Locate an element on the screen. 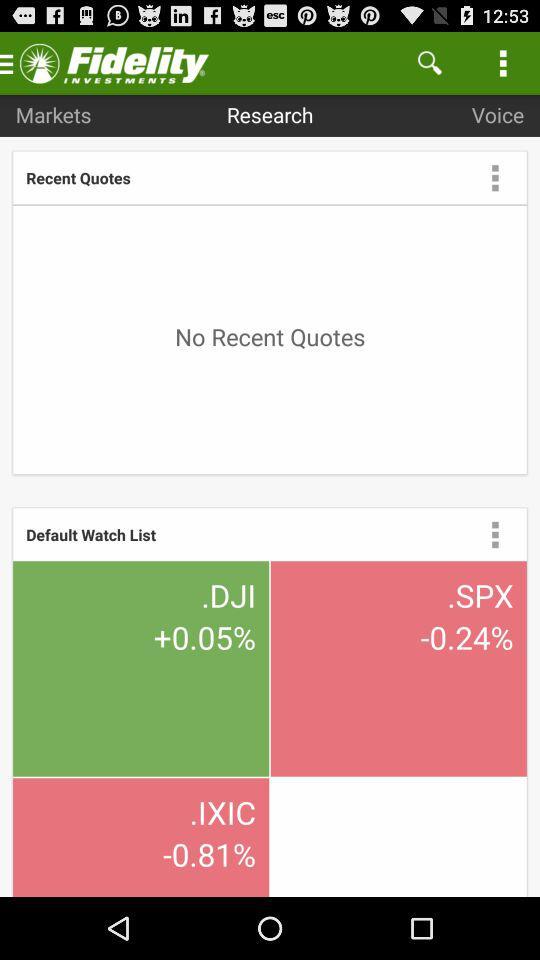 The image size is (540, 960). icon next to the research item is located at coordinates (428, 62).